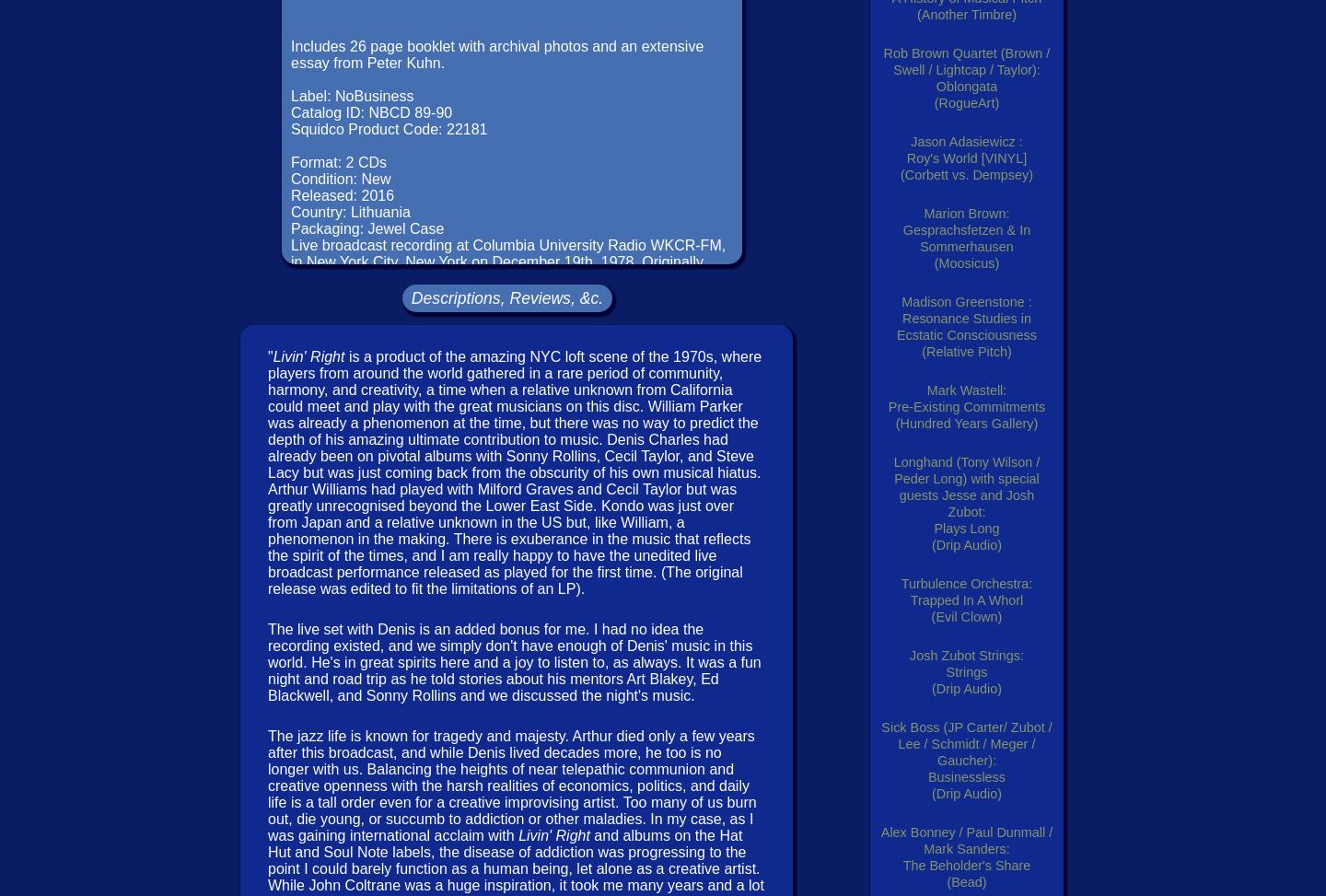  I want to click on 'Jason Adasiewicz :', so click(966, 142).